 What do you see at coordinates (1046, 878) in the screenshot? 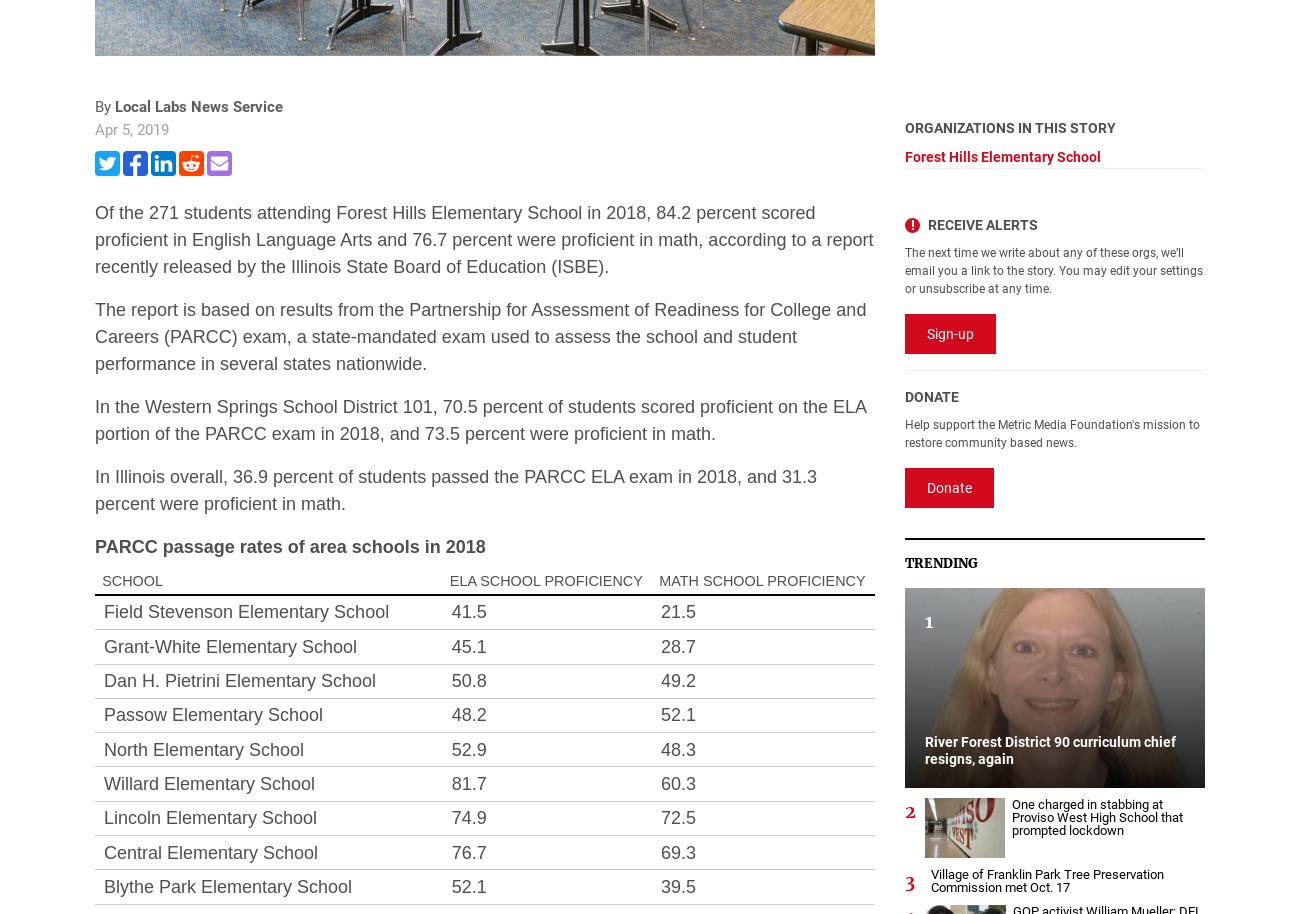
I see `'Village of Franklin Park Tree Preservation Commission met Oct. 17'` at bounding box center [1046, 878].